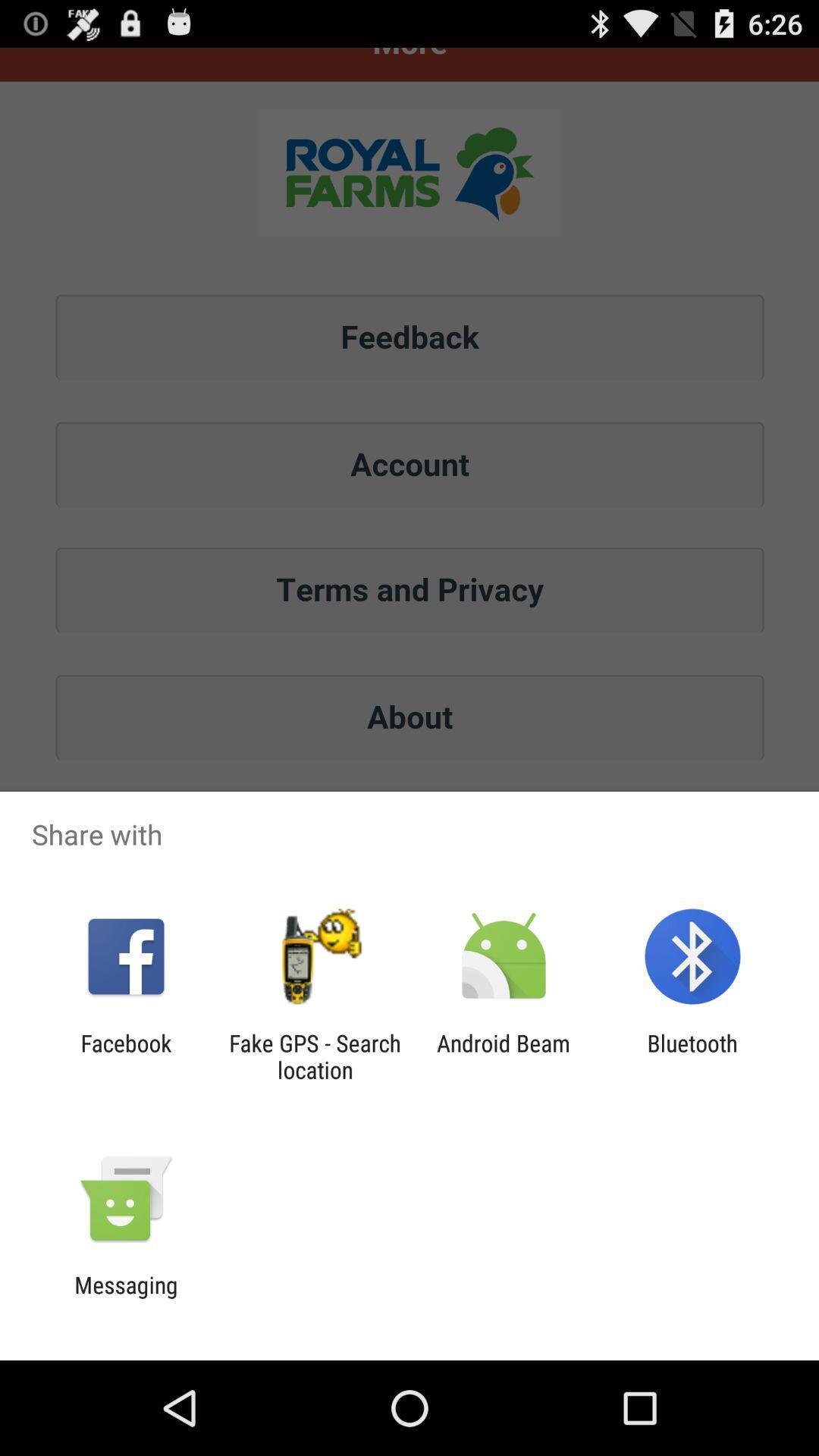 The width and height of the screenshot is (819, 1456). I want to click on the android beam, so click(504, 1056).